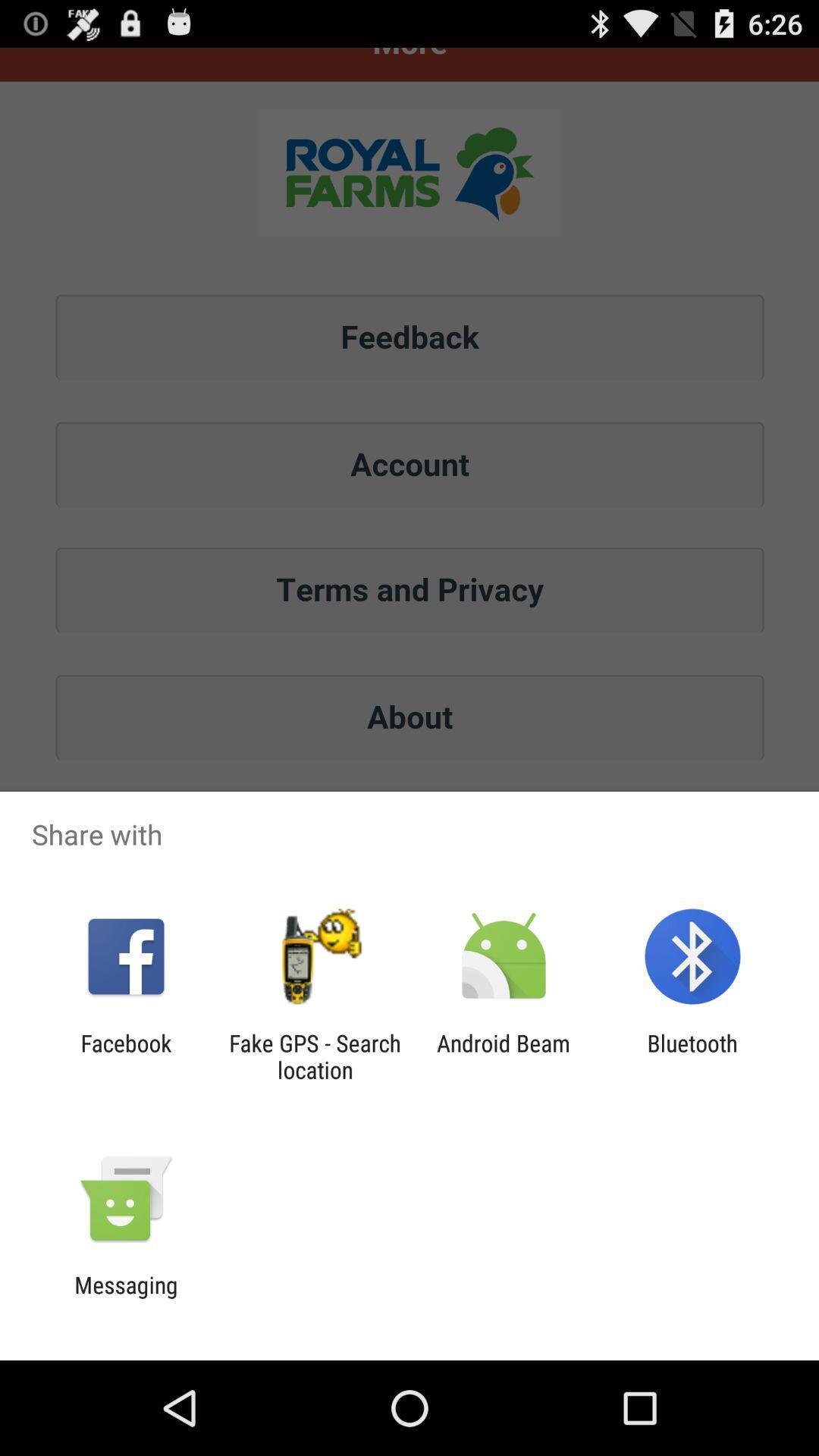 The width and height of the screenshot is (819, 1456). I want to click on the android beam, so click(504, 1056).